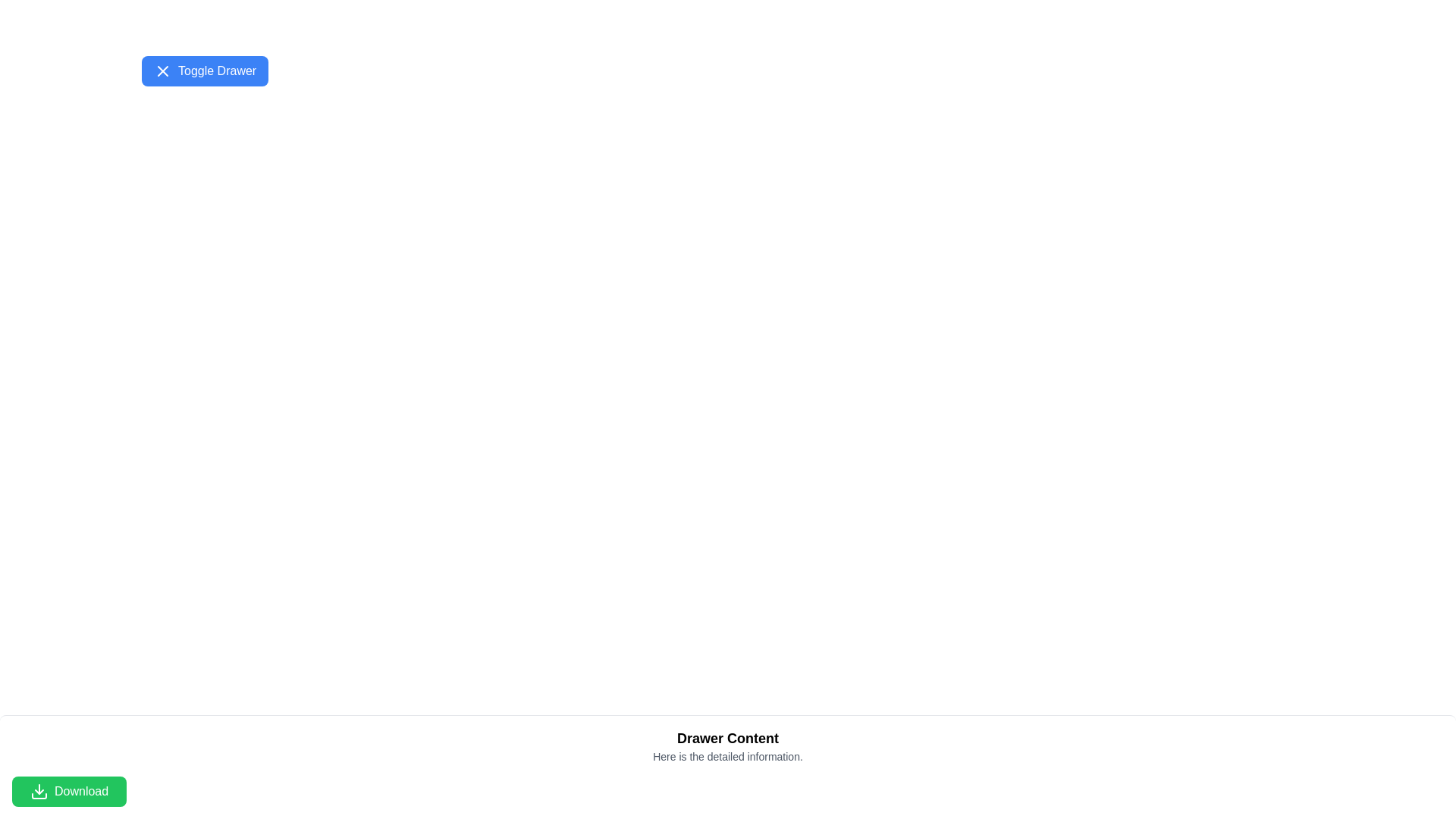 The height and width of the screenshot is (819, 1456). I want to click on the blue 'Toggle Drawer' button located in the upper-left area of the interface, which has a rounded rectangular shape and white text, so click(204, 71).